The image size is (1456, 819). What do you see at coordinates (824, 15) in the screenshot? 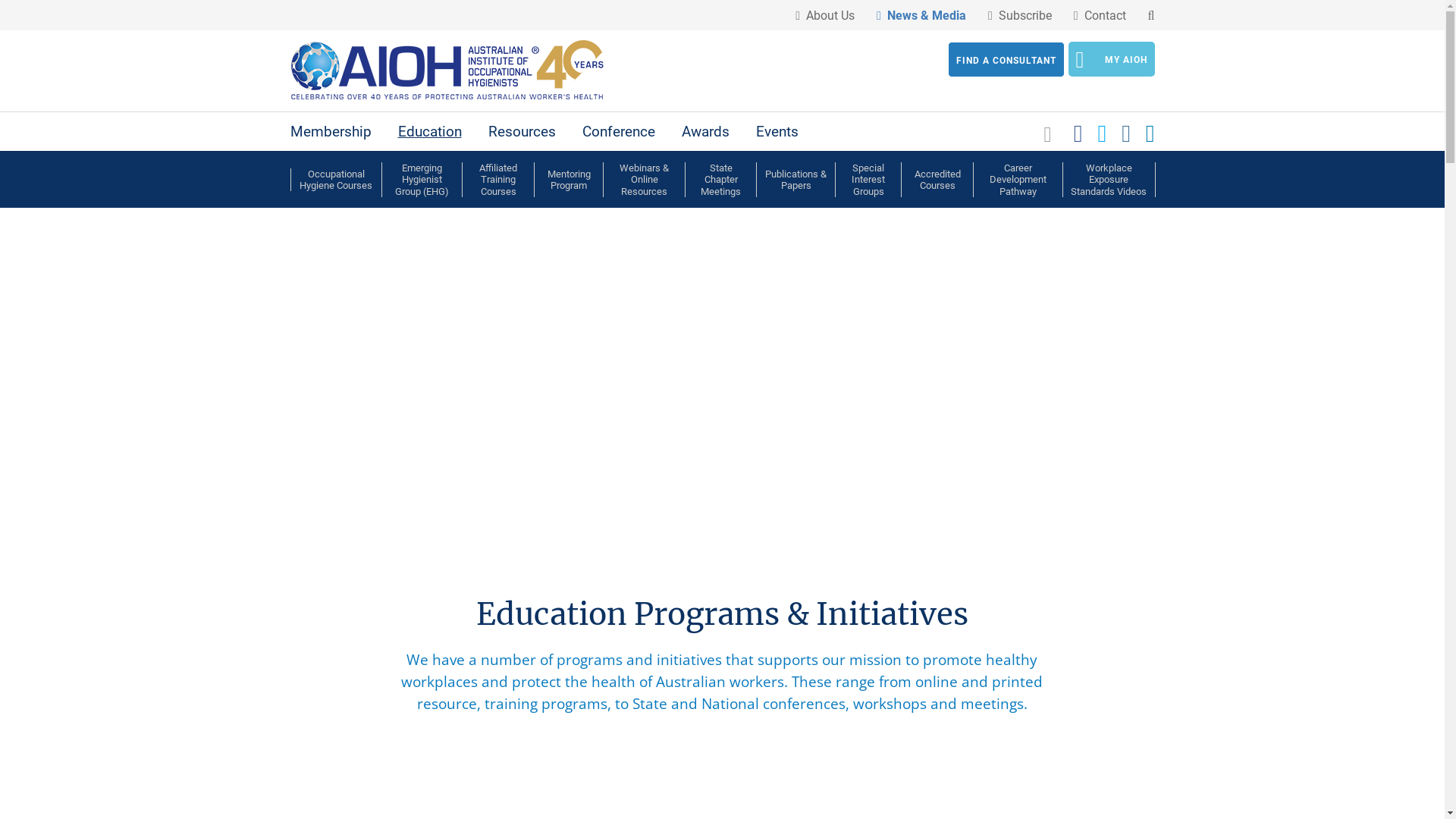
I see `'  About Us'` at bounding box center [824, 15].